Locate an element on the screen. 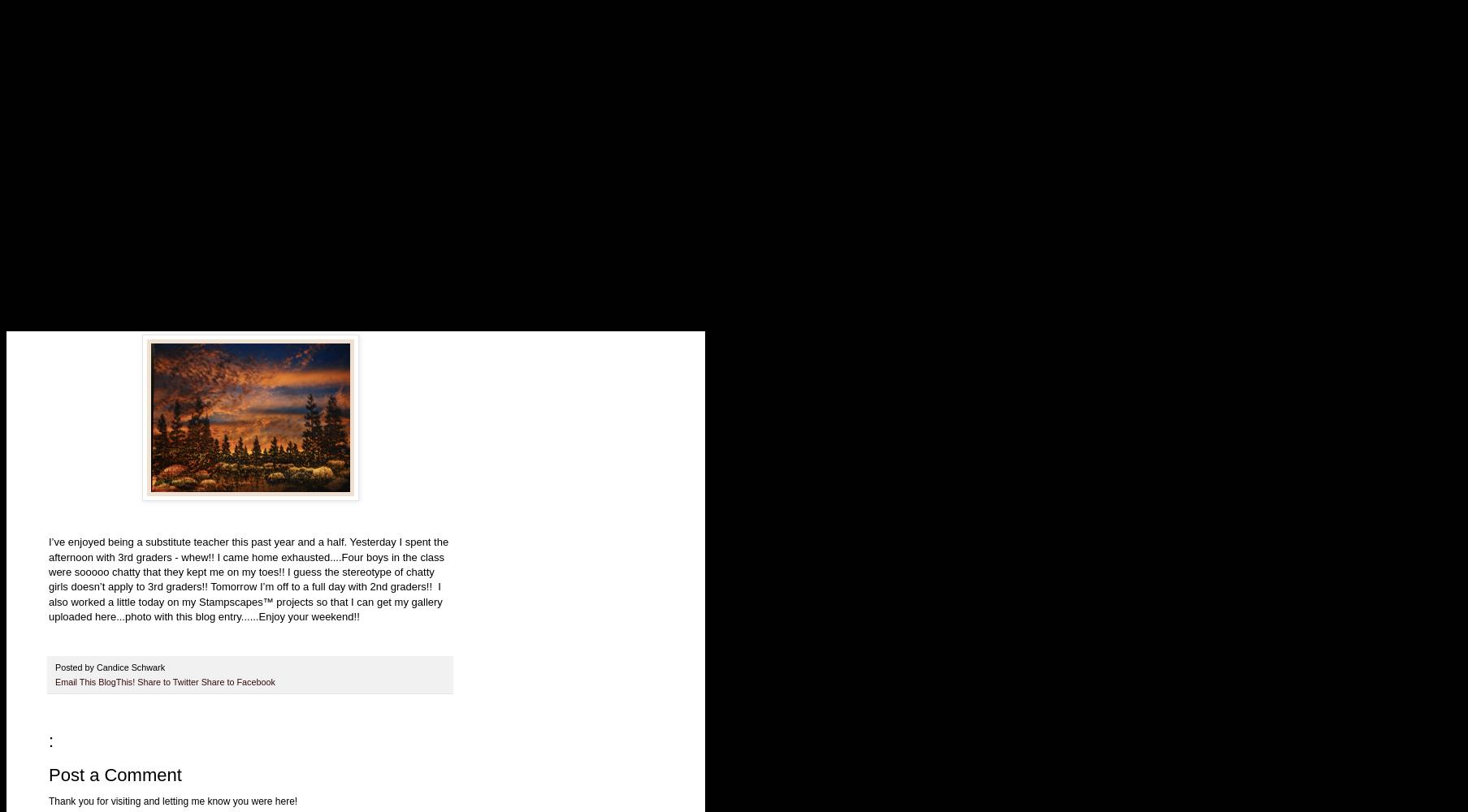 Image resolution: width=1468 pixels, height=812 pixels. 'Share to Twitter' is located at coordinates (136, 680).